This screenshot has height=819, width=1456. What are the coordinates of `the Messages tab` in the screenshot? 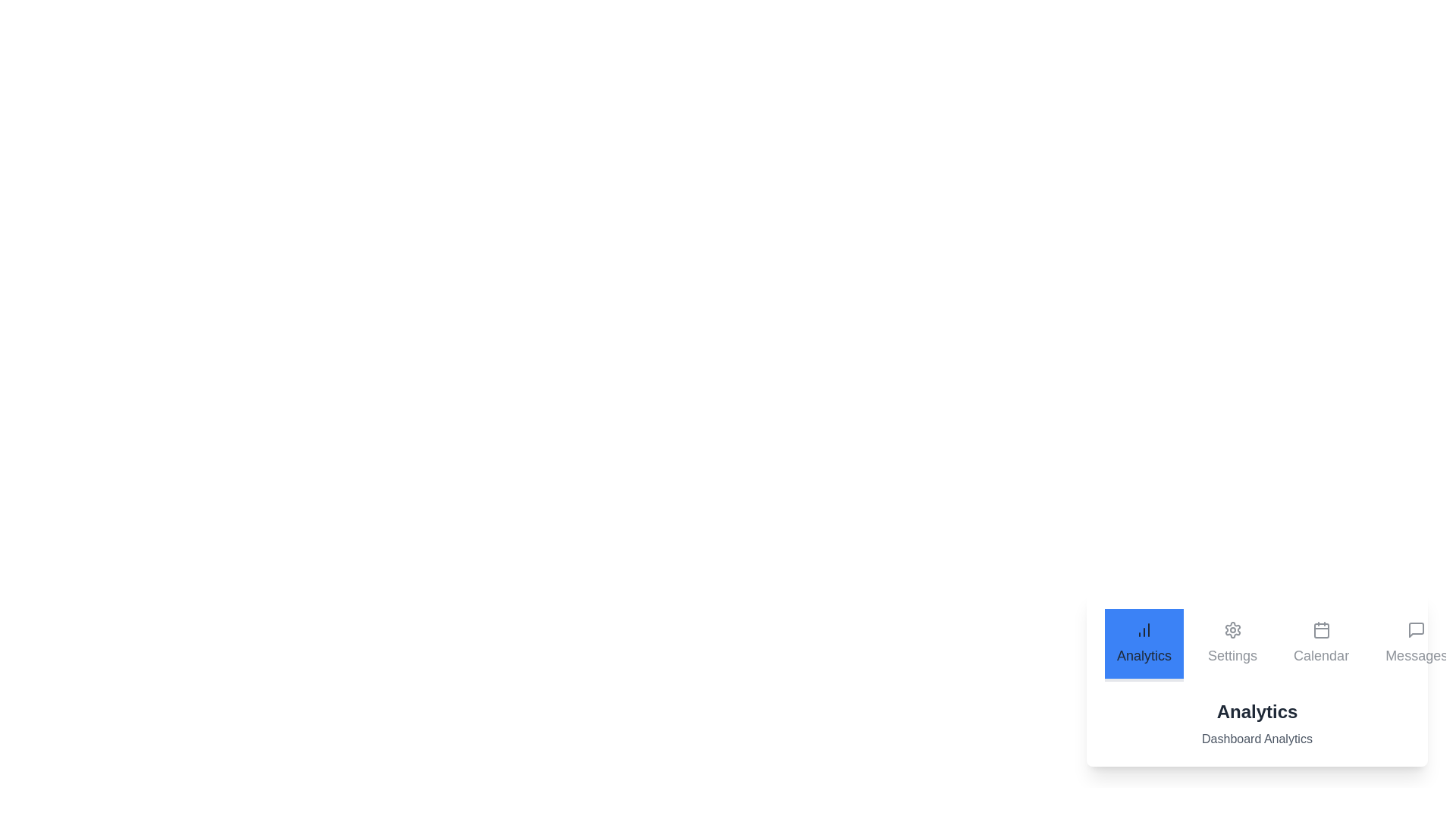 It's located at (1415, 645).